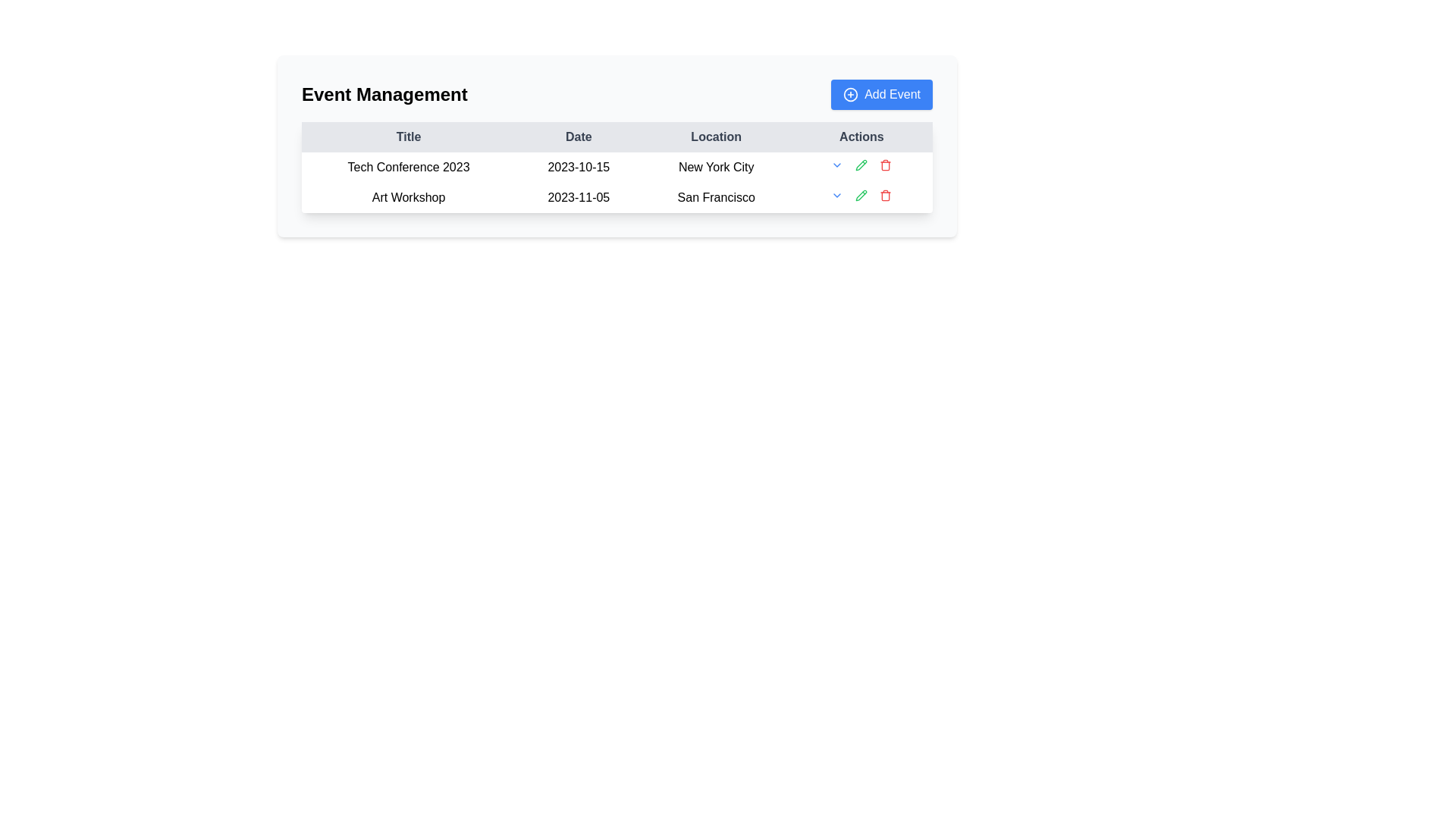 The height and width of the screenshot is (819, 1456). What do you see at coordinates (882, 94) in the screenshot?
I see `the 'Add New Event' button located at the top-right corner of the event management system` at bounding box center [882, 94].